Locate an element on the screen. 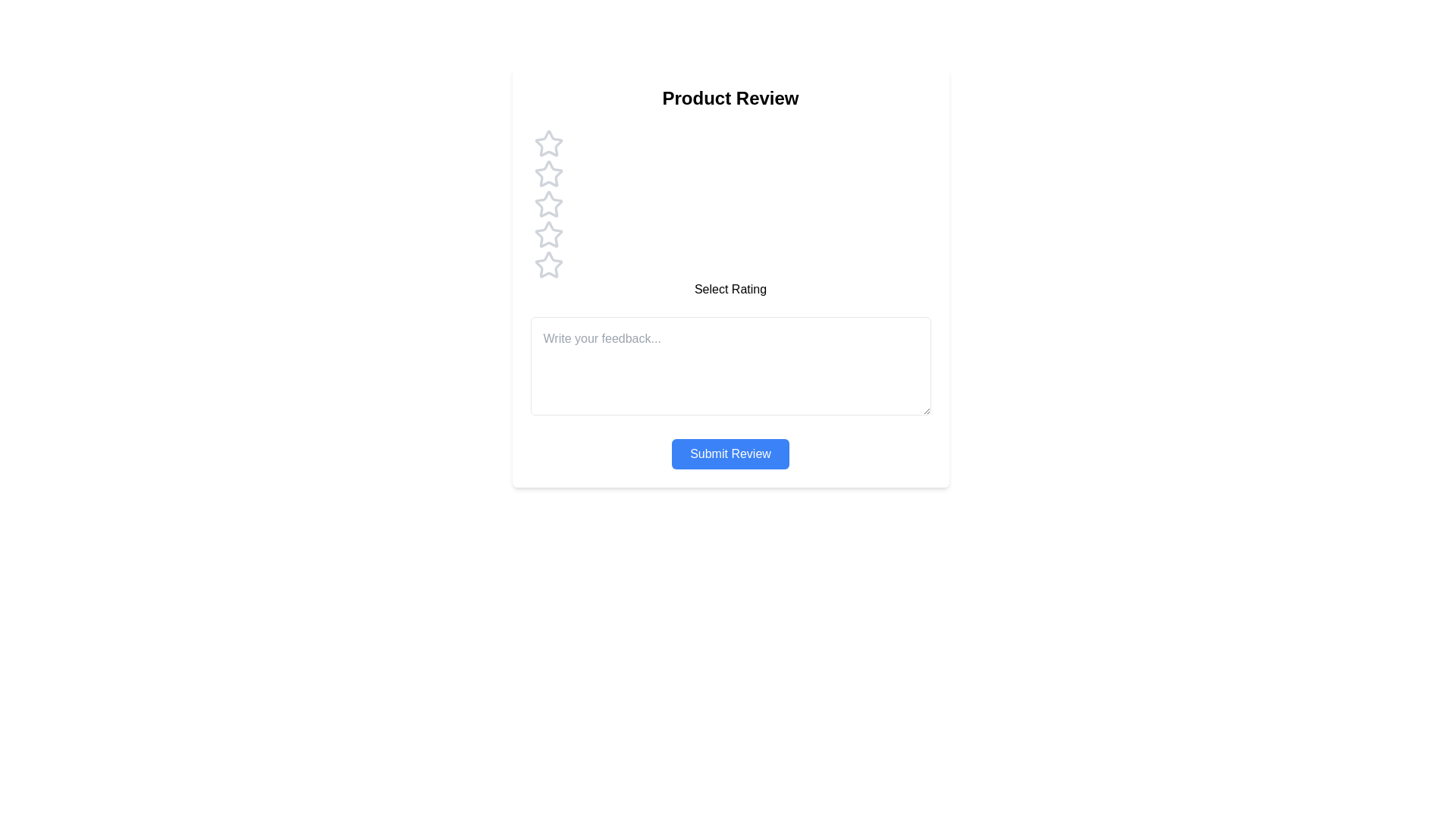 This screenshot has width=1456, height=819. the first star rating icon, which is a hollow star with a thin outline and grayish tint, located in the top-left corner of a five-star rating set, directly below the 'Product Review' heading is located at coordinates (548, 143).